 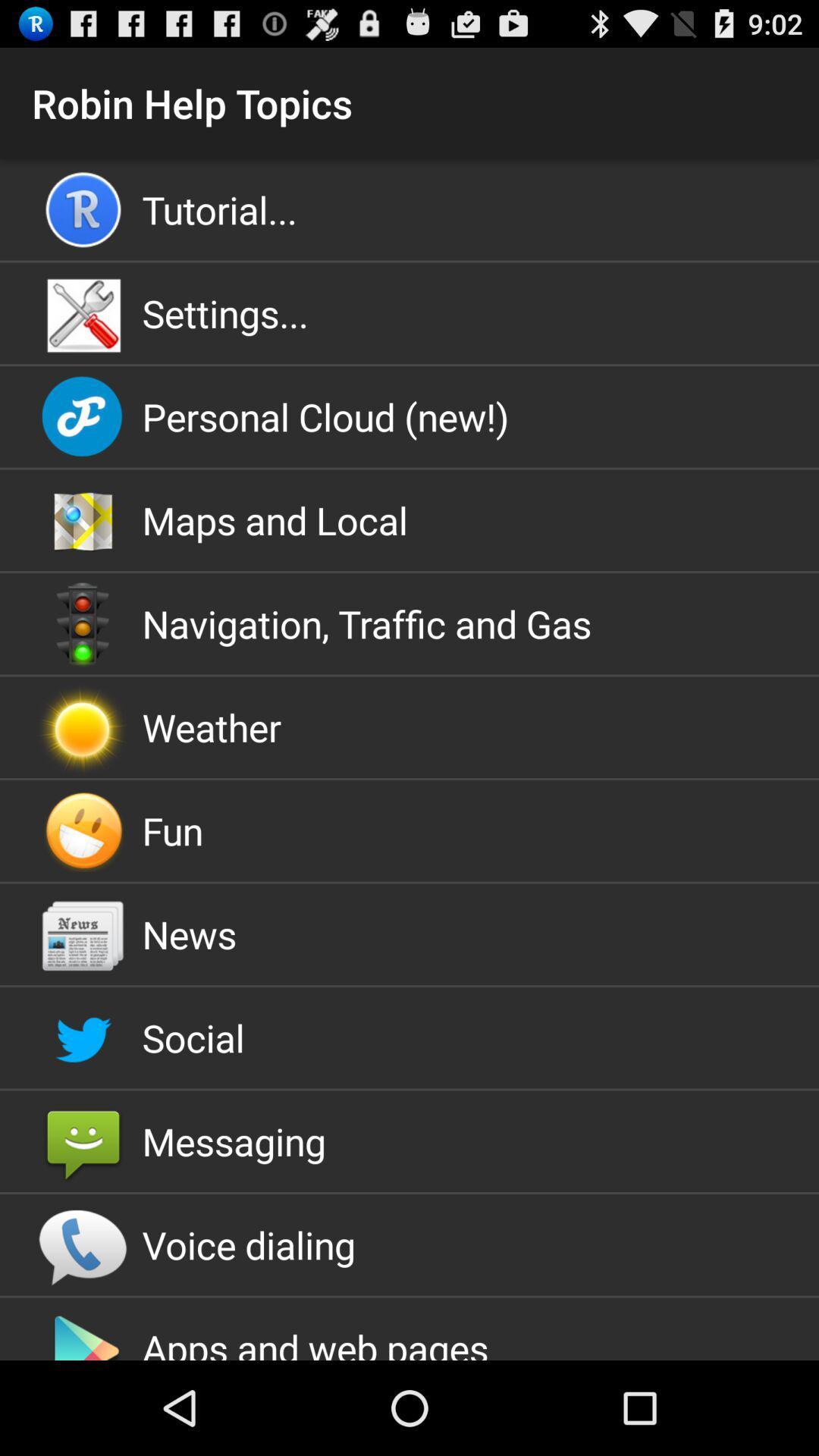 I want to click on the item below  personal cloud (new!) app, so click(x=409, y=520).